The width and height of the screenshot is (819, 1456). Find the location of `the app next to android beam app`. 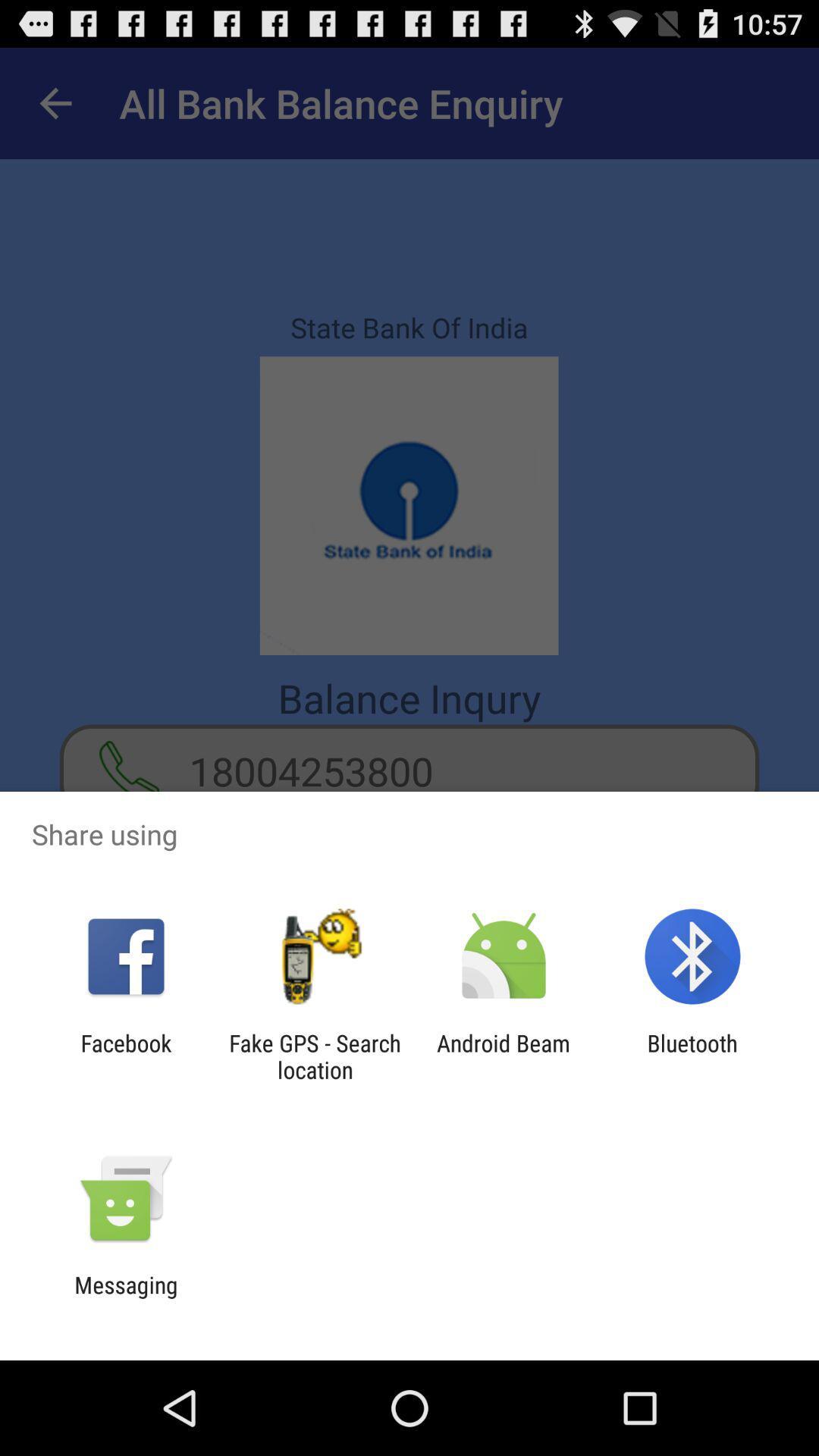

the app next to android beam app is located at coordinates (692, 1056).